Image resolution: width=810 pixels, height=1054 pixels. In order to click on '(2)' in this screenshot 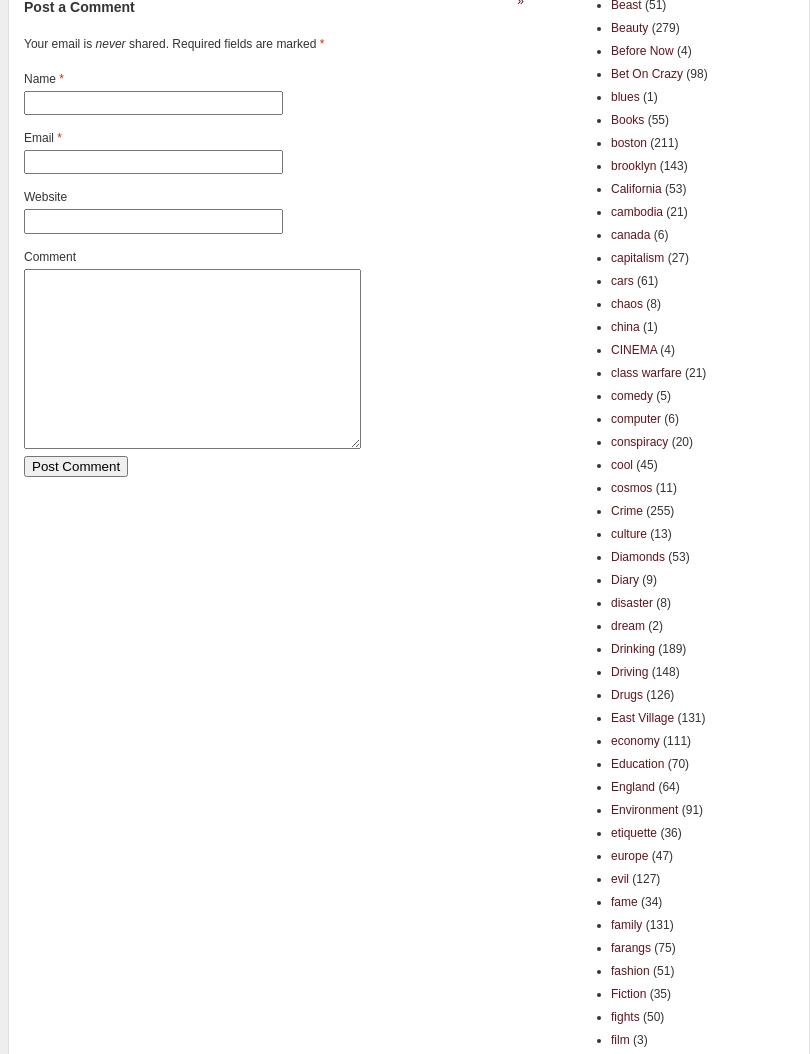, I will do `click(652, 624)`.